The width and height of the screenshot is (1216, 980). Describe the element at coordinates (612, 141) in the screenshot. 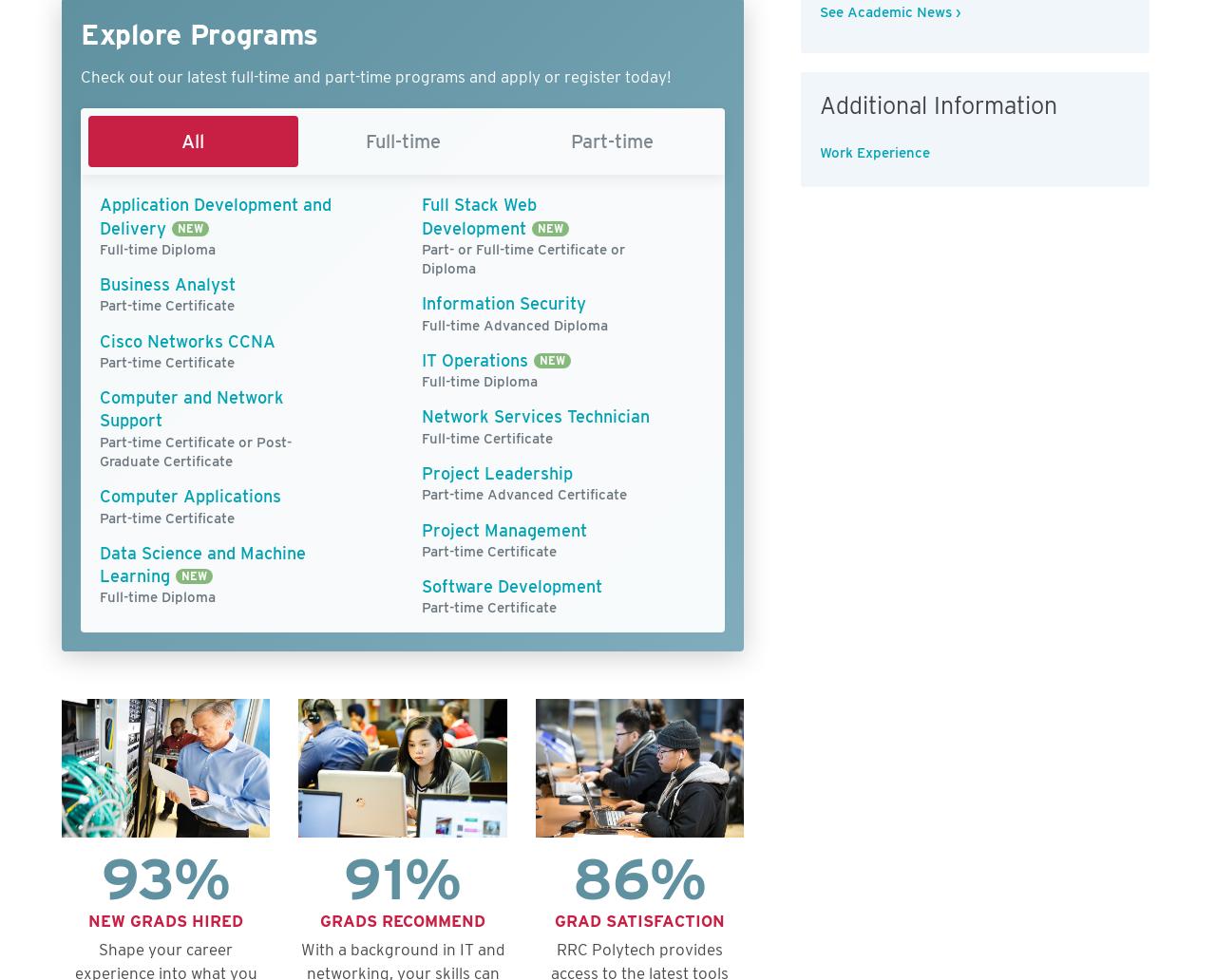

I see `'Part-time'` at that location.